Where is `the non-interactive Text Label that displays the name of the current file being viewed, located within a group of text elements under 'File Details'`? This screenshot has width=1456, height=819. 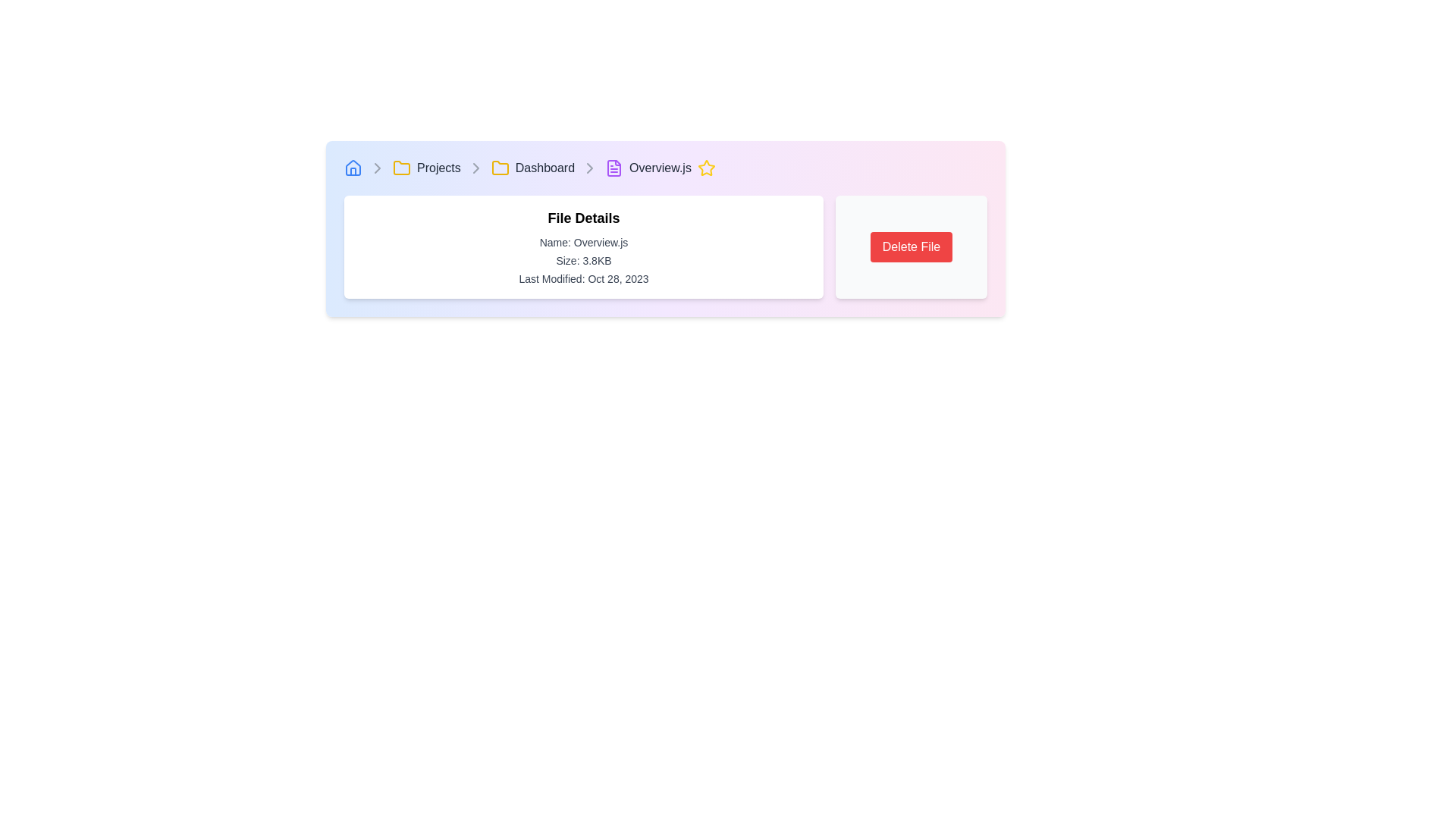
the non-interactive Text Label that displays the name of the current file being viewed, located within a group of text elements under 'File Details' is located at coordinates (582, 242).